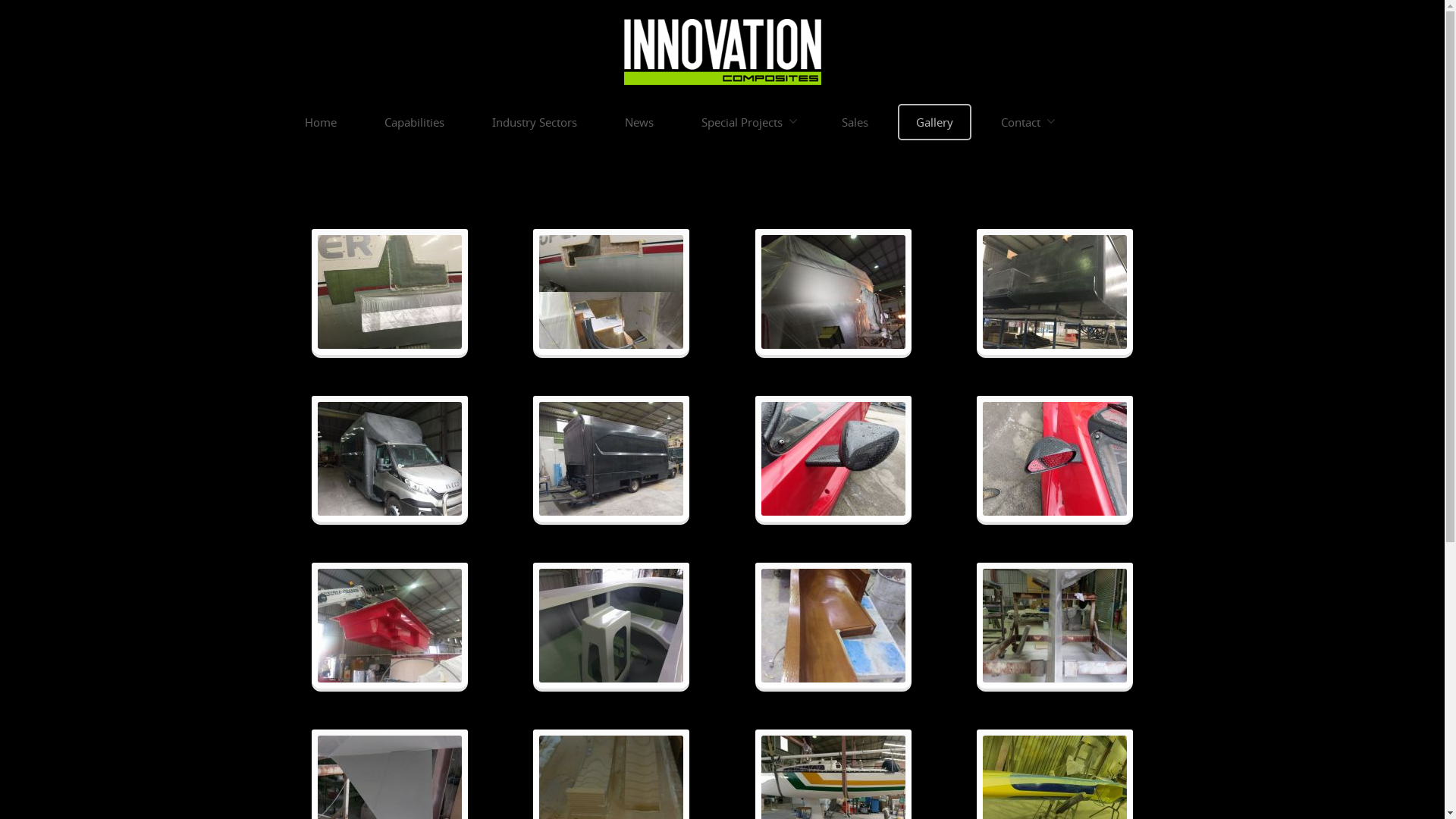  What do you see at coordinates (607, 121) in the screenshot?
I see `'News'` at bounding box center [607, 121].